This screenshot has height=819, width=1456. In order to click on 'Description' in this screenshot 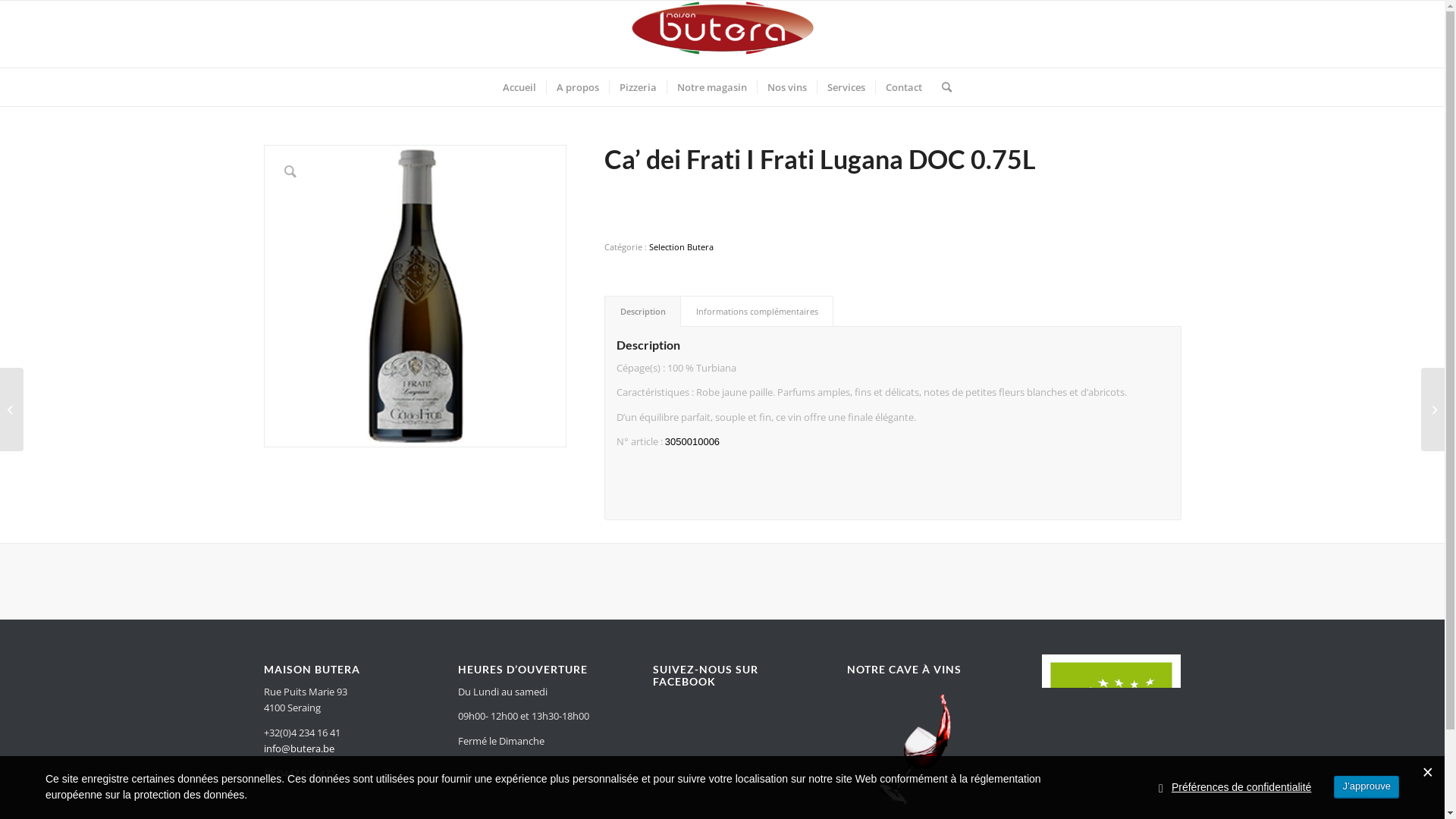, I will do `click(642, 310)`.